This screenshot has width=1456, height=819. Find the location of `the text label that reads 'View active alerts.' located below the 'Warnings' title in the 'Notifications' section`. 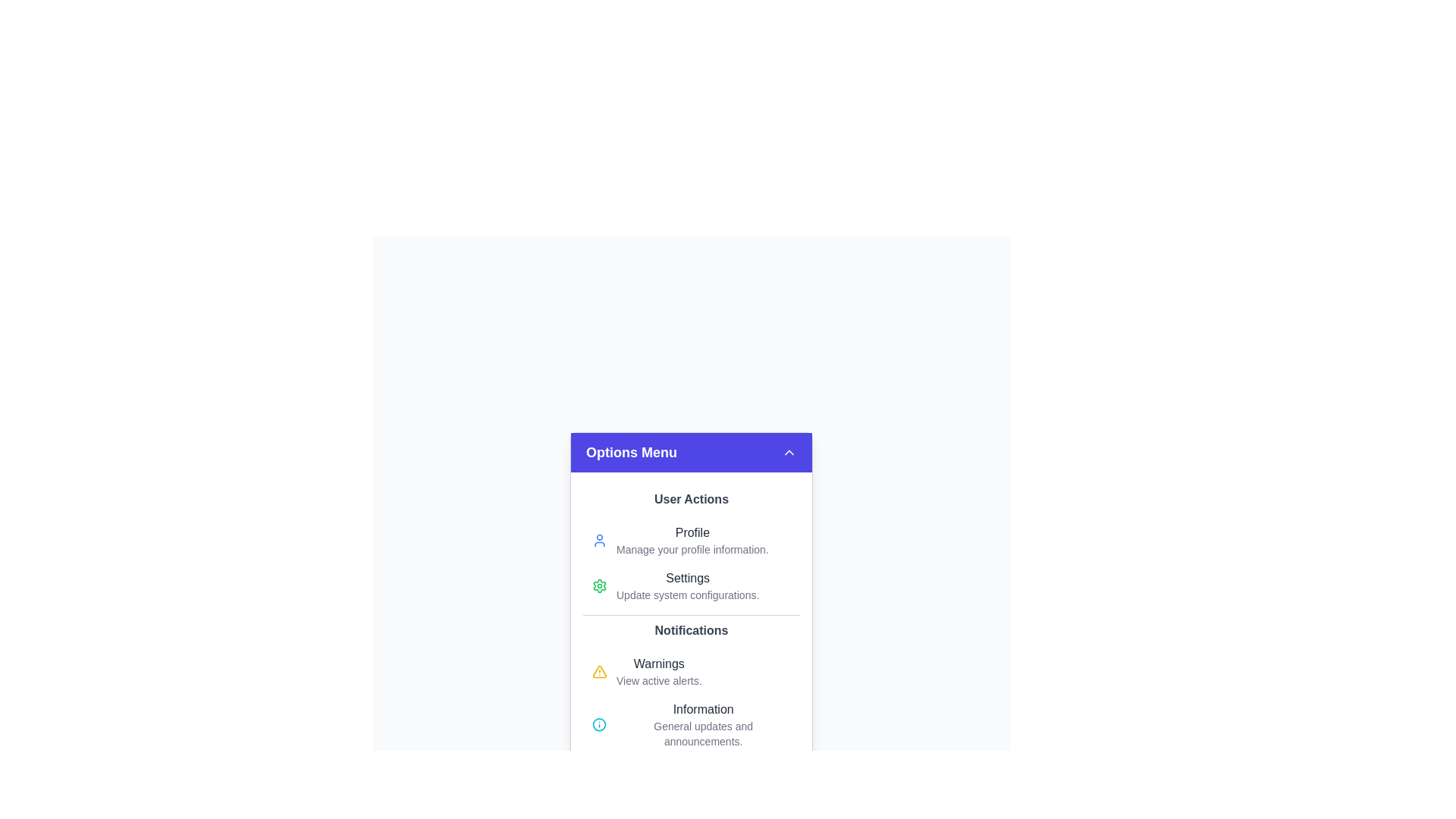

the text label that reads 'View active alerts.' located below the 'Warnings' title in the 'Notifications' section is located at coordinates (659, 680).